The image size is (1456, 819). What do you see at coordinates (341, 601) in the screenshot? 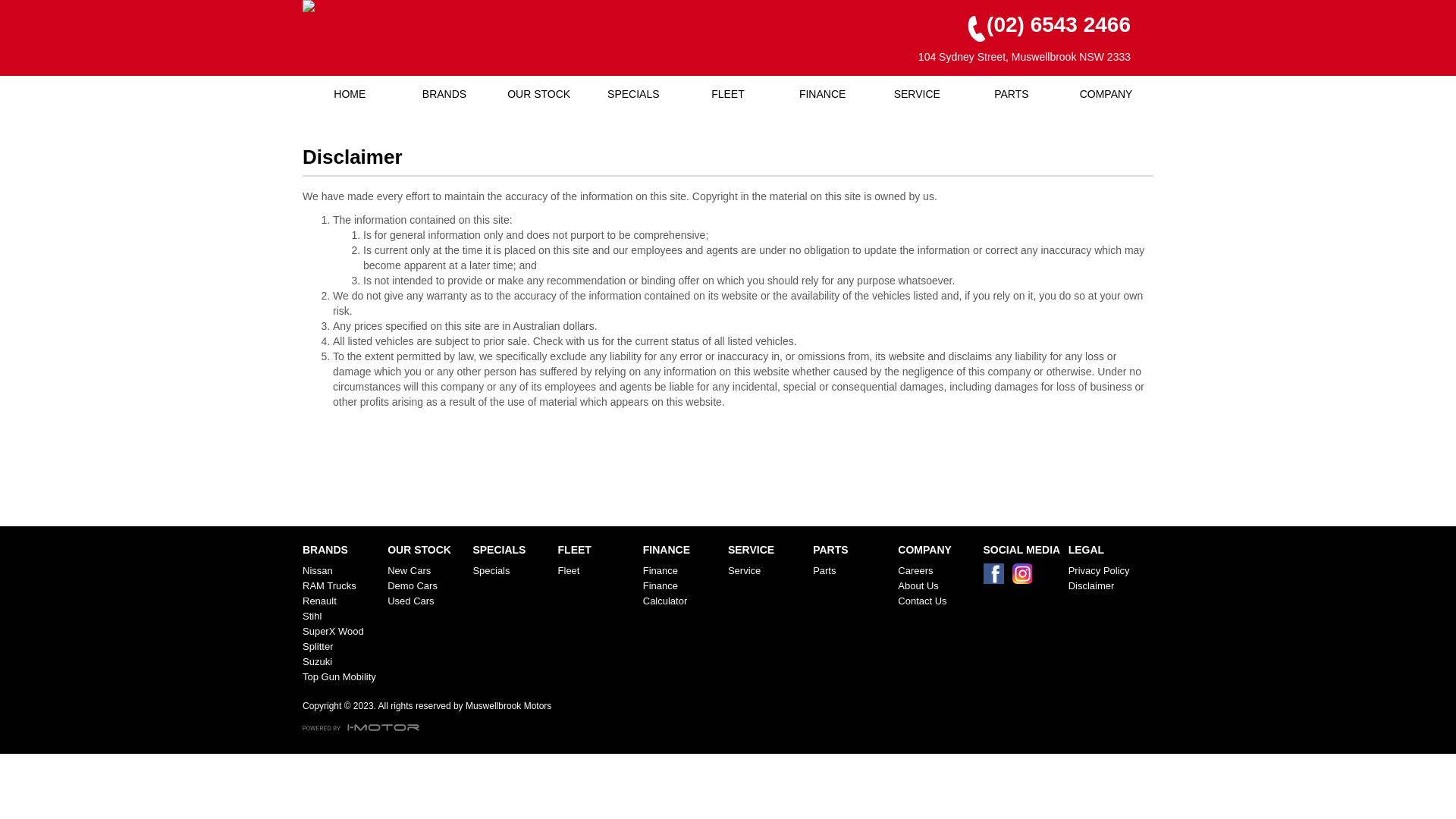
I see `'Renault'` at bounding box center [341, 601].